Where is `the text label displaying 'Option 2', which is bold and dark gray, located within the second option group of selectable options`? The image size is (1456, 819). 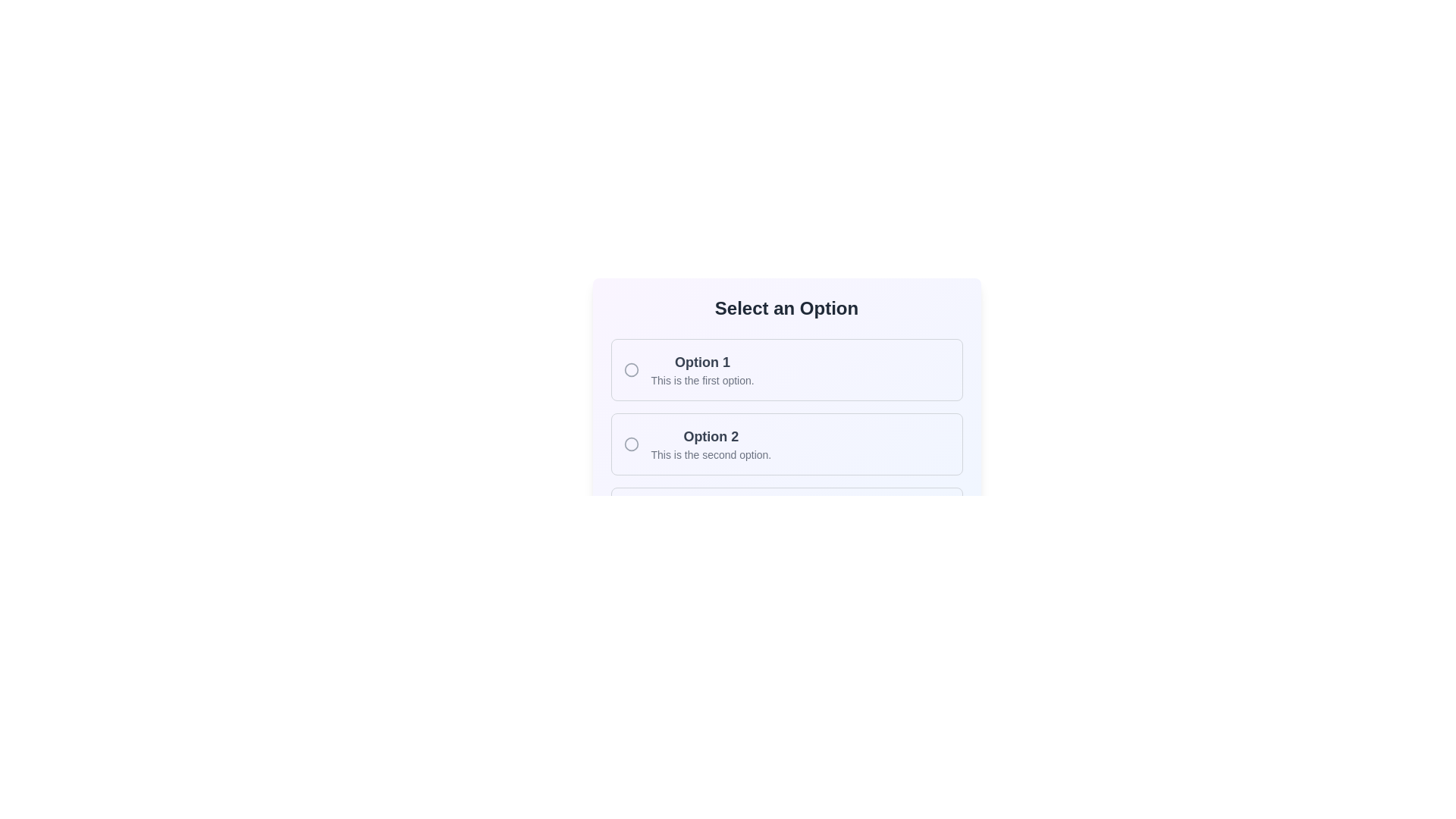 the text label displaying 'Option 2', which is bold and dark gray, located within the second option group of selectable options is located at coordinates (710, 436).